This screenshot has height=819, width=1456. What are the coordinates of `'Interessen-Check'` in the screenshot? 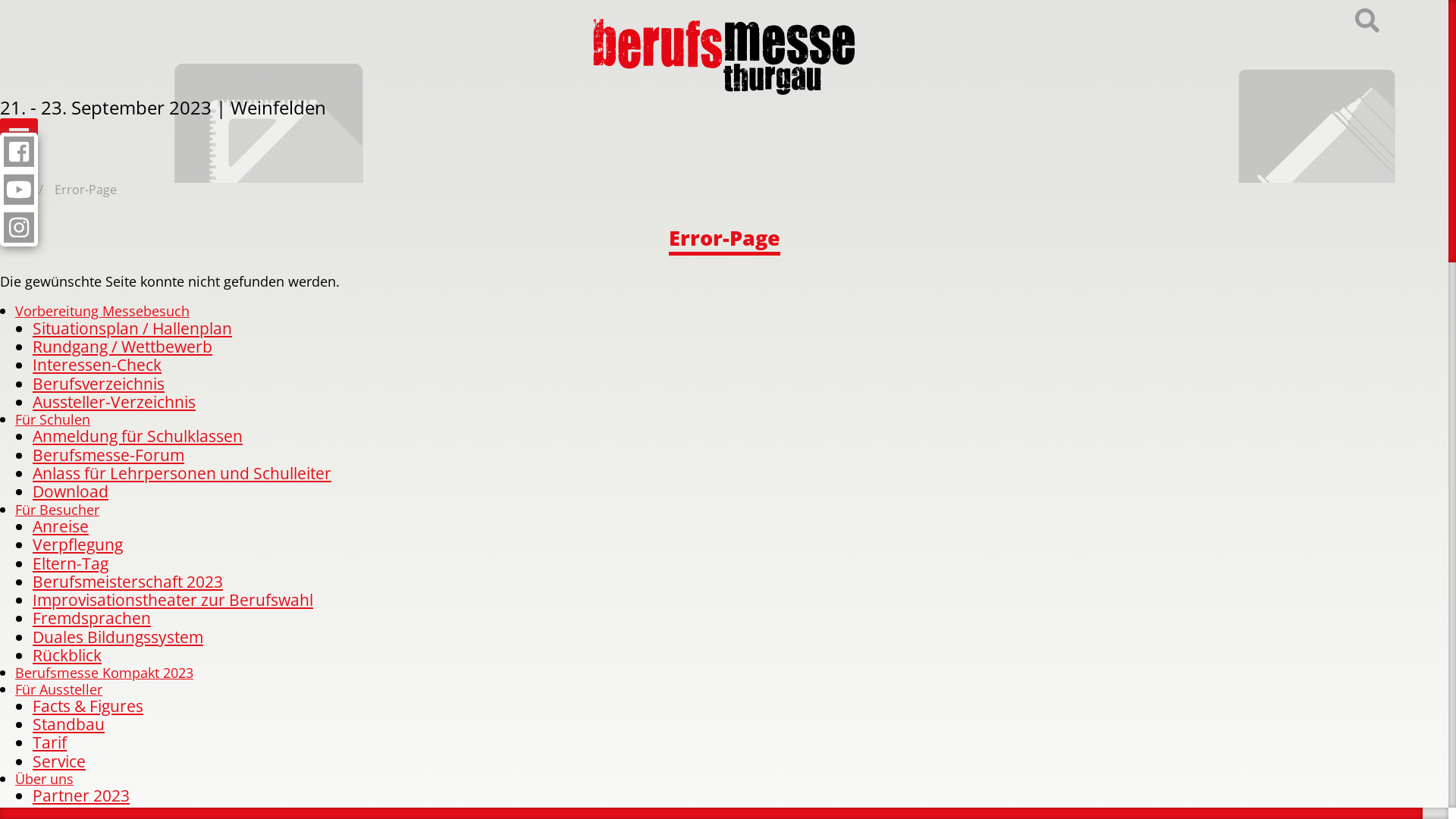 It's located at (96, 364).